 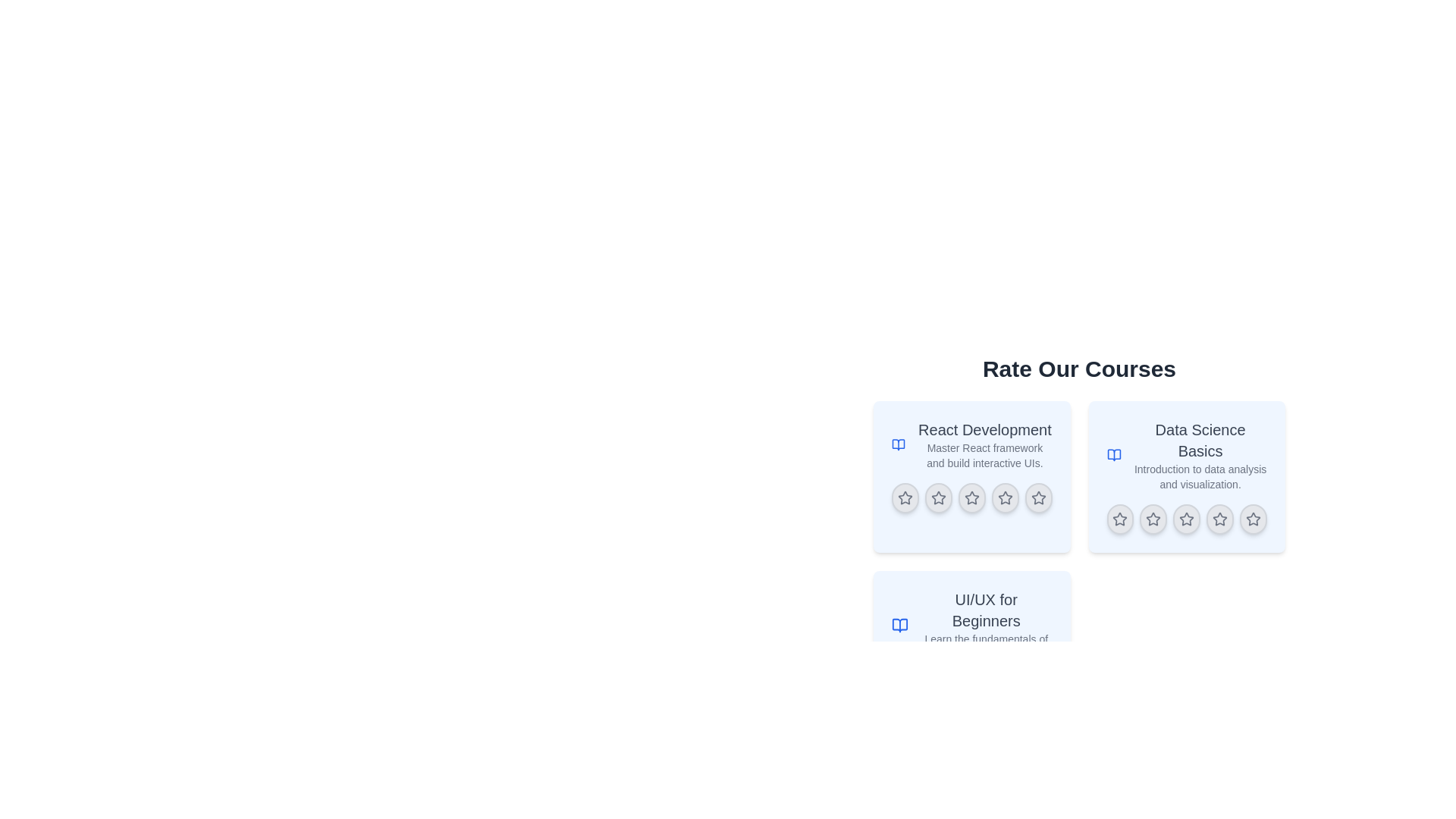 What do you see at coordinates (905, 497) in the screenshot?
I see `the first star-shaped icon in the rating system for visual feedback` at bounding box center [905, 497].